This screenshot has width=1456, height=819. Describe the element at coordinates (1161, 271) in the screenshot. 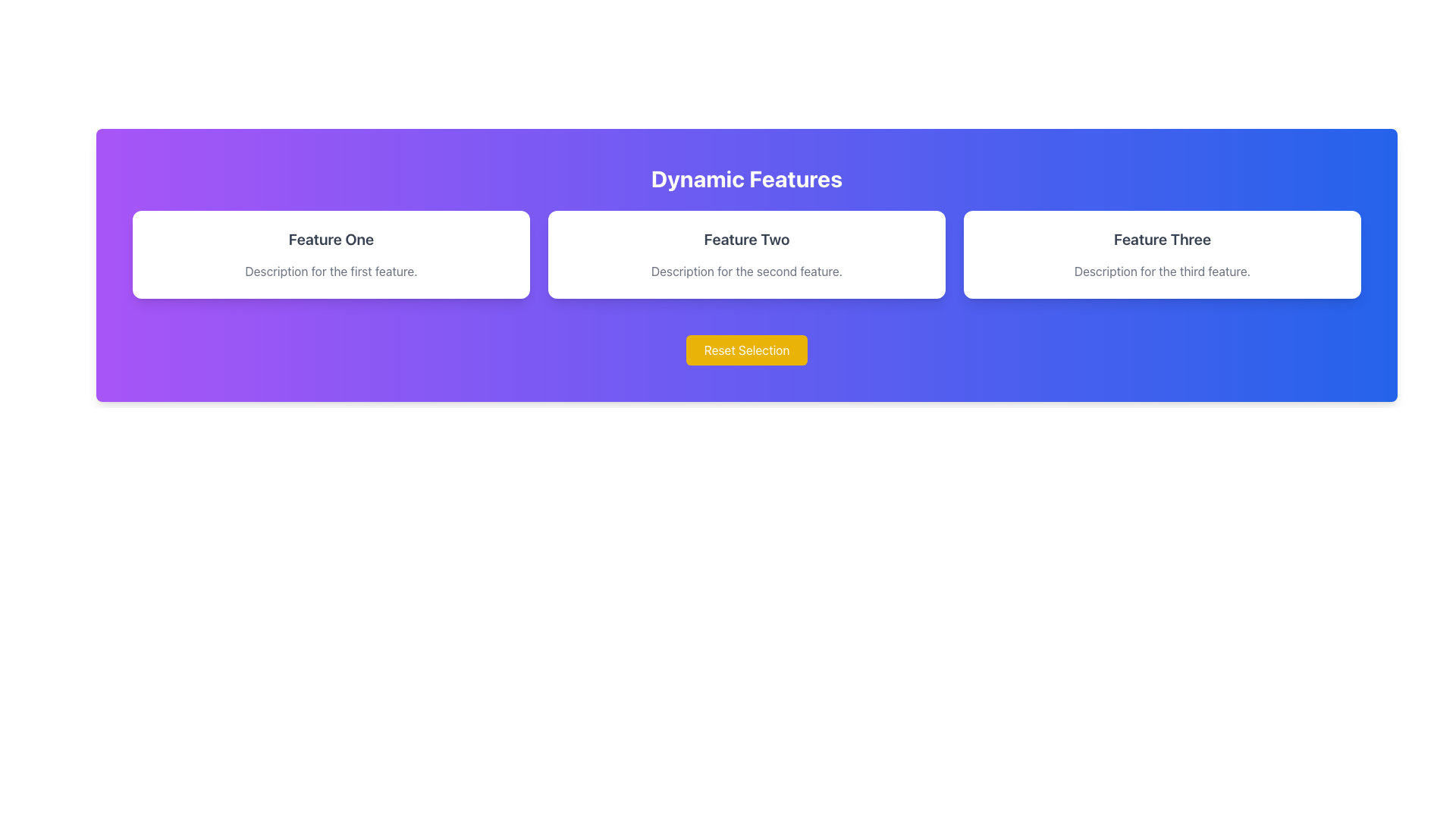

I see `the descriptive text element located below the title 'Feature Three' in the third card of a horizontal row of three cards` at that location.